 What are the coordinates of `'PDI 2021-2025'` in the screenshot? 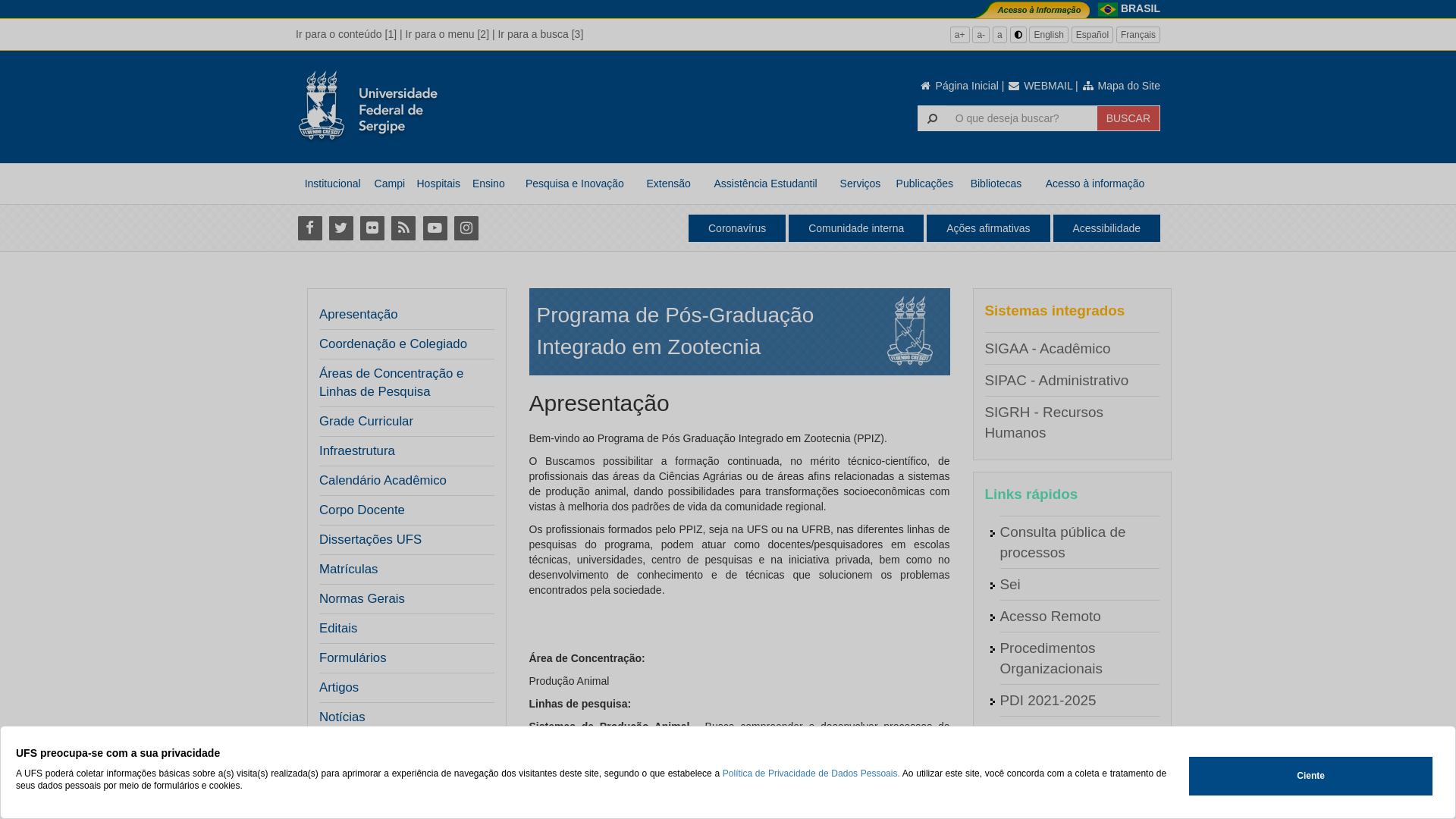 It's located at (1046, 700).